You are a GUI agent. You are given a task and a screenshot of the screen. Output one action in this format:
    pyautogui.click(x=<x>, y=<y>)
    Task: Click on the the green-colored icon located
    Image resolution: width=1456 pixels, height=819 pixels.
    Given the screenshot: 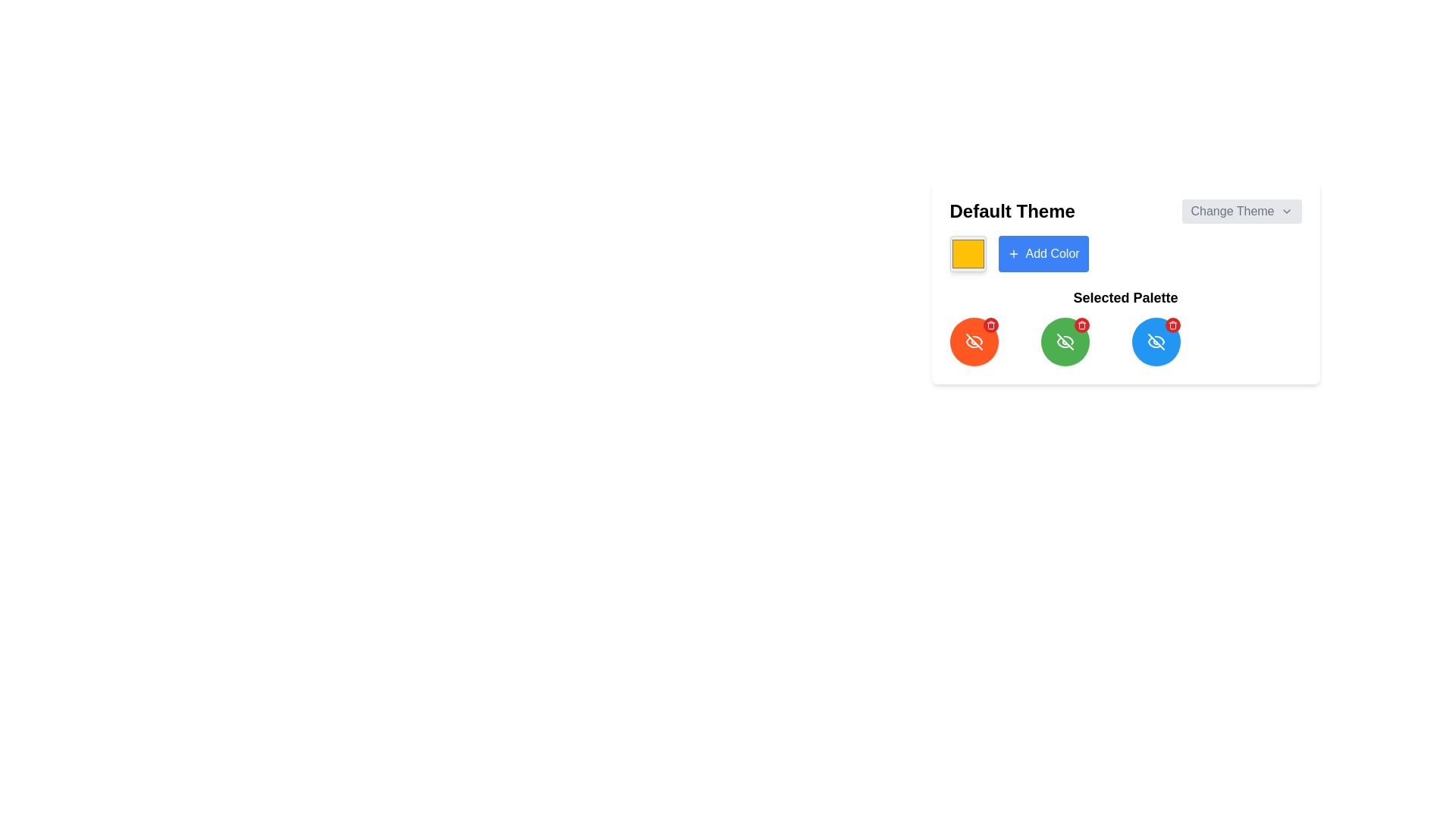 What is the action you would take?
    pyautogui.click(x=1064, y=342)
    